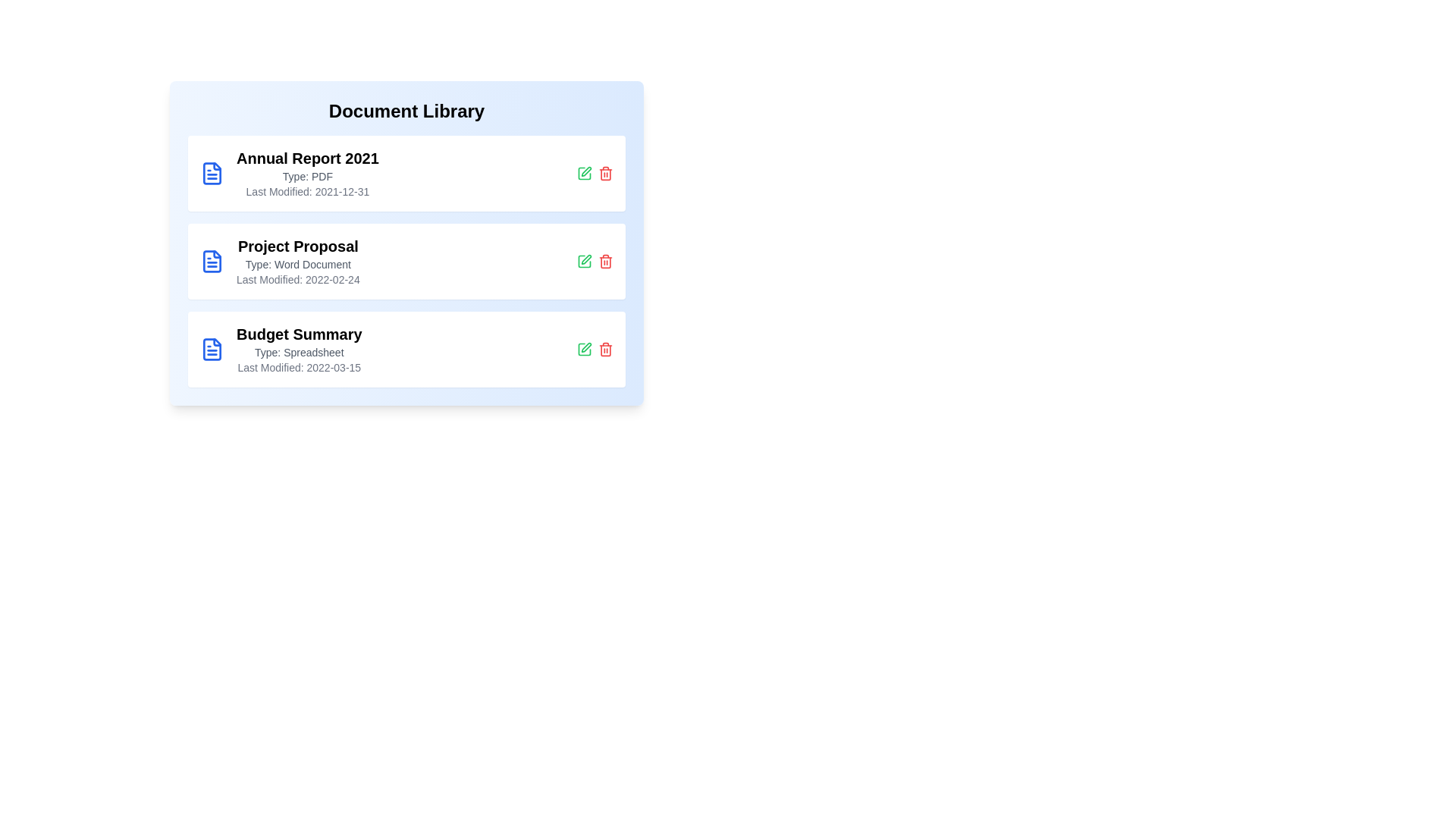 The height and width of the screenshot is (819, 1456). What do you see at coordinates (584, 350) in the screenshot?
I see `the edit button for the document titled 'Budget Summary'` at bounding box center [584, 350].